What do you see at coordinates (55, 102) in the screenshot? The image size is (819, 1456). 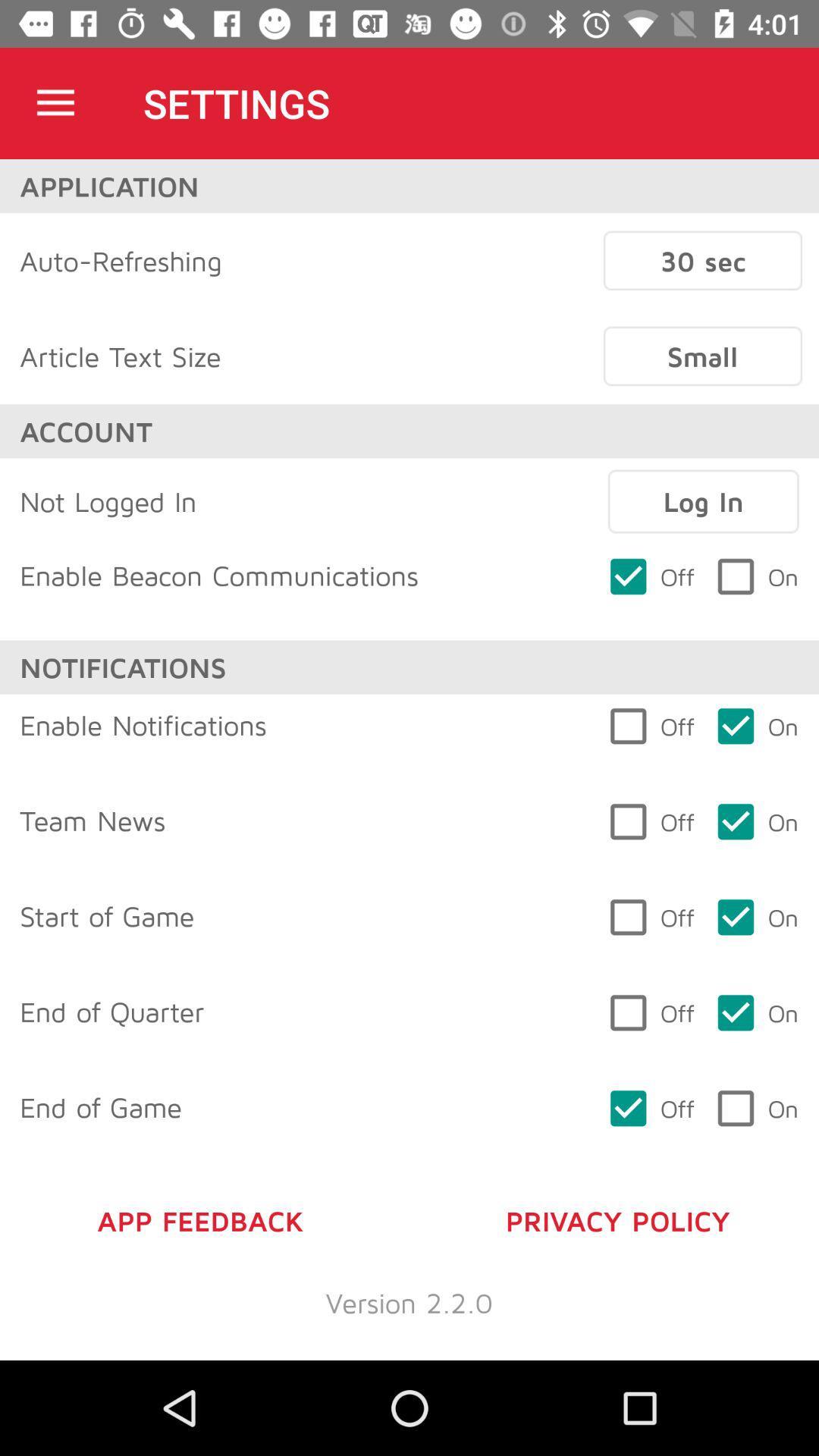 I see `icon to the left of the settings item` at bounding box center [55, 102].